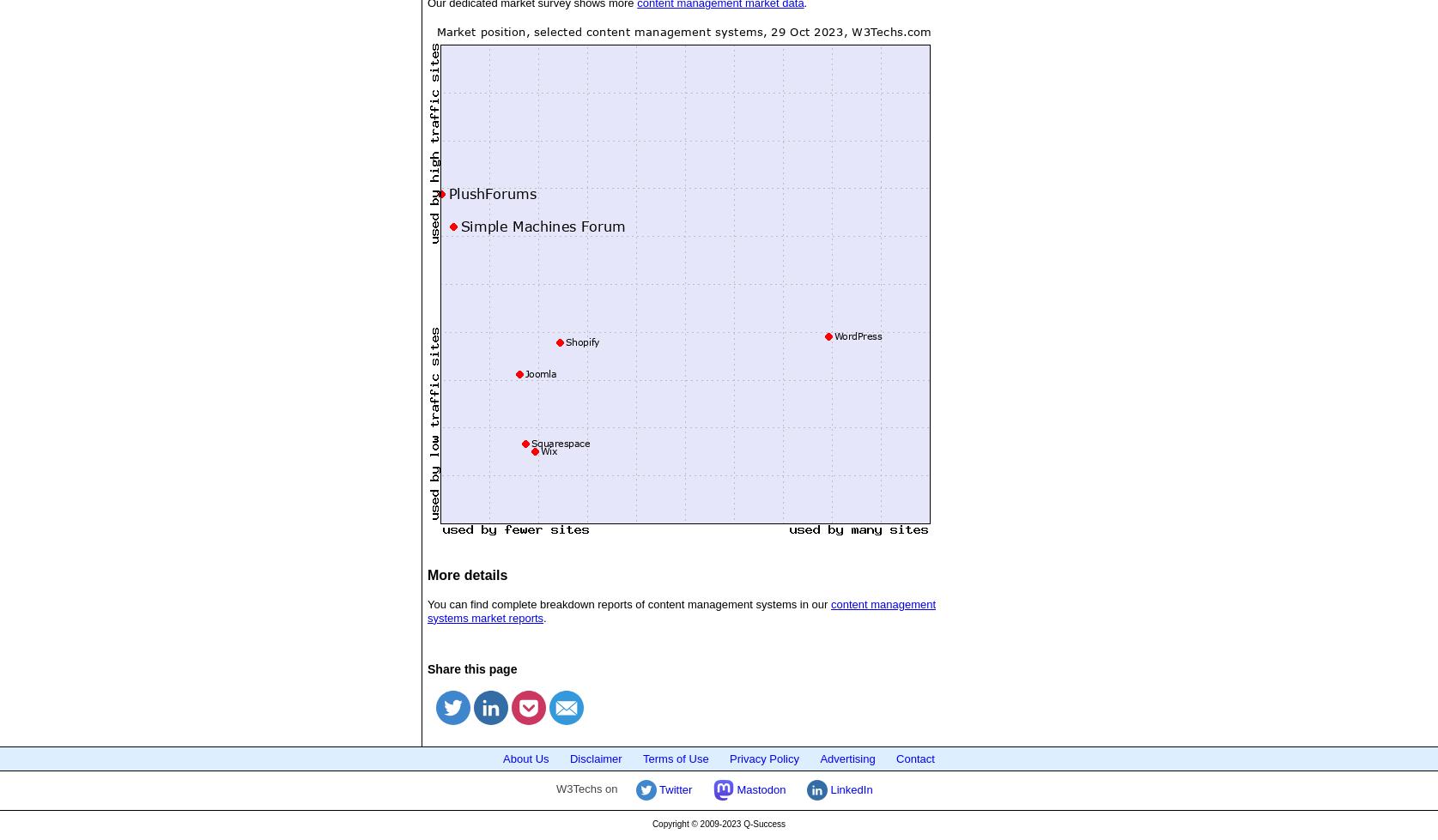 This screenshot has height=840, width=1438. I want to click on 'Share this page', so click(471, 667).